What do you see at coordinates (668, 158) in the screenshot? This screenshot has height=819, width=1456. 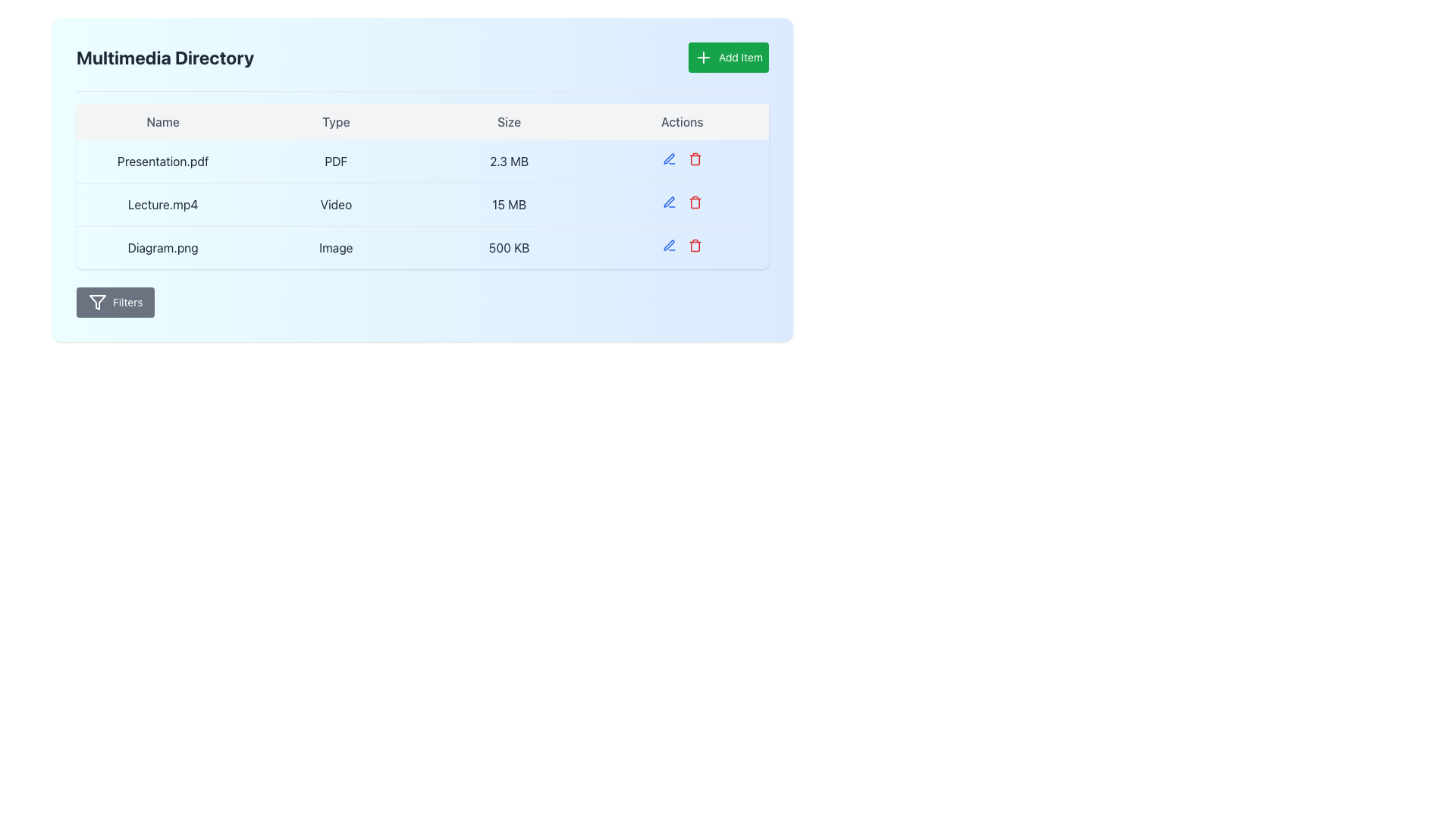 I see `the icon button located` at bounding box center [668, 158].